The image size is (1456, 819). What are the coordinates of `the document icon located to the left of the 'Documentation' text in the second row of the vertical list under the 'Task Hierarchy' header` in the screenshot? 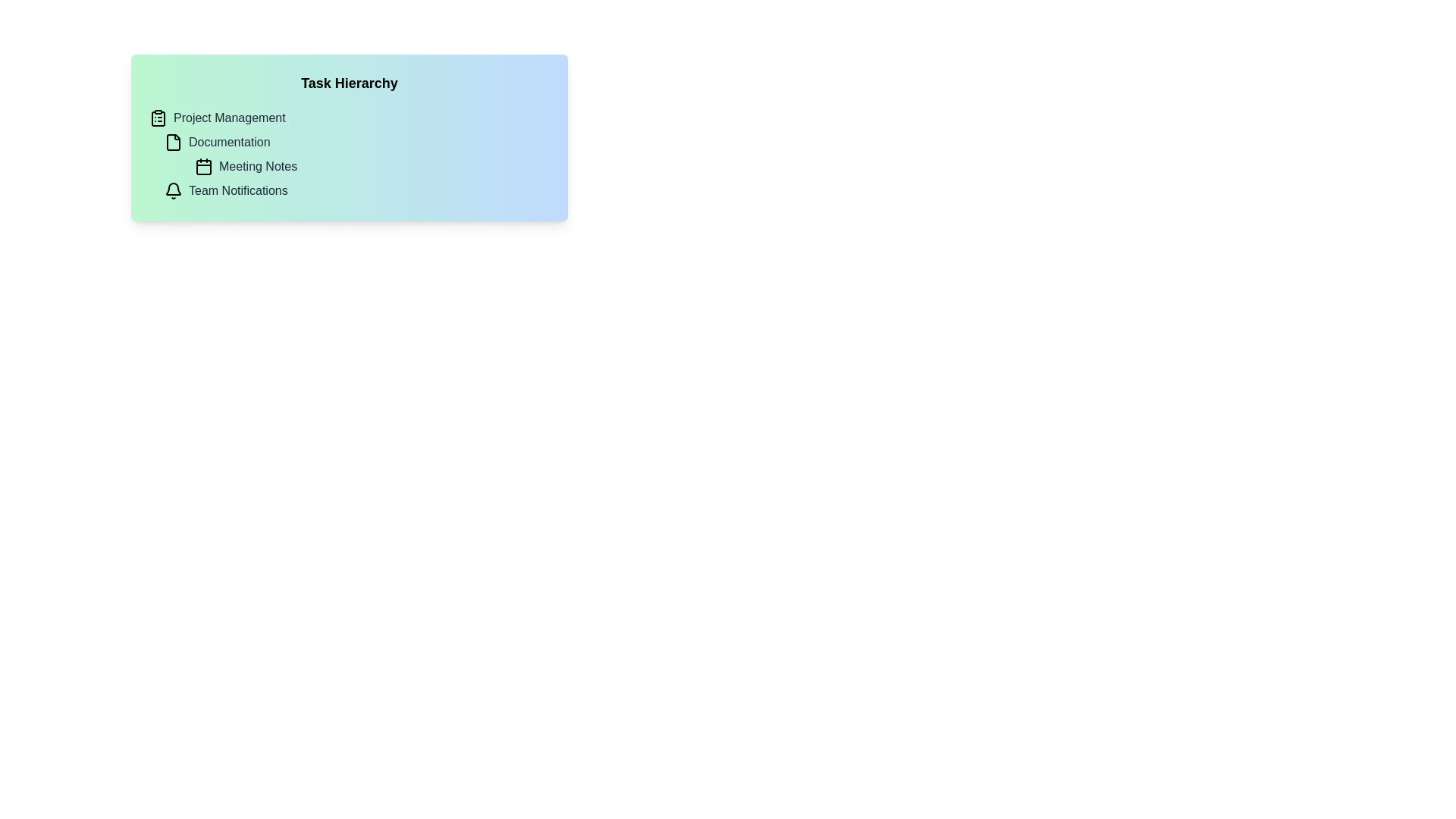 It's located at (174, 143).